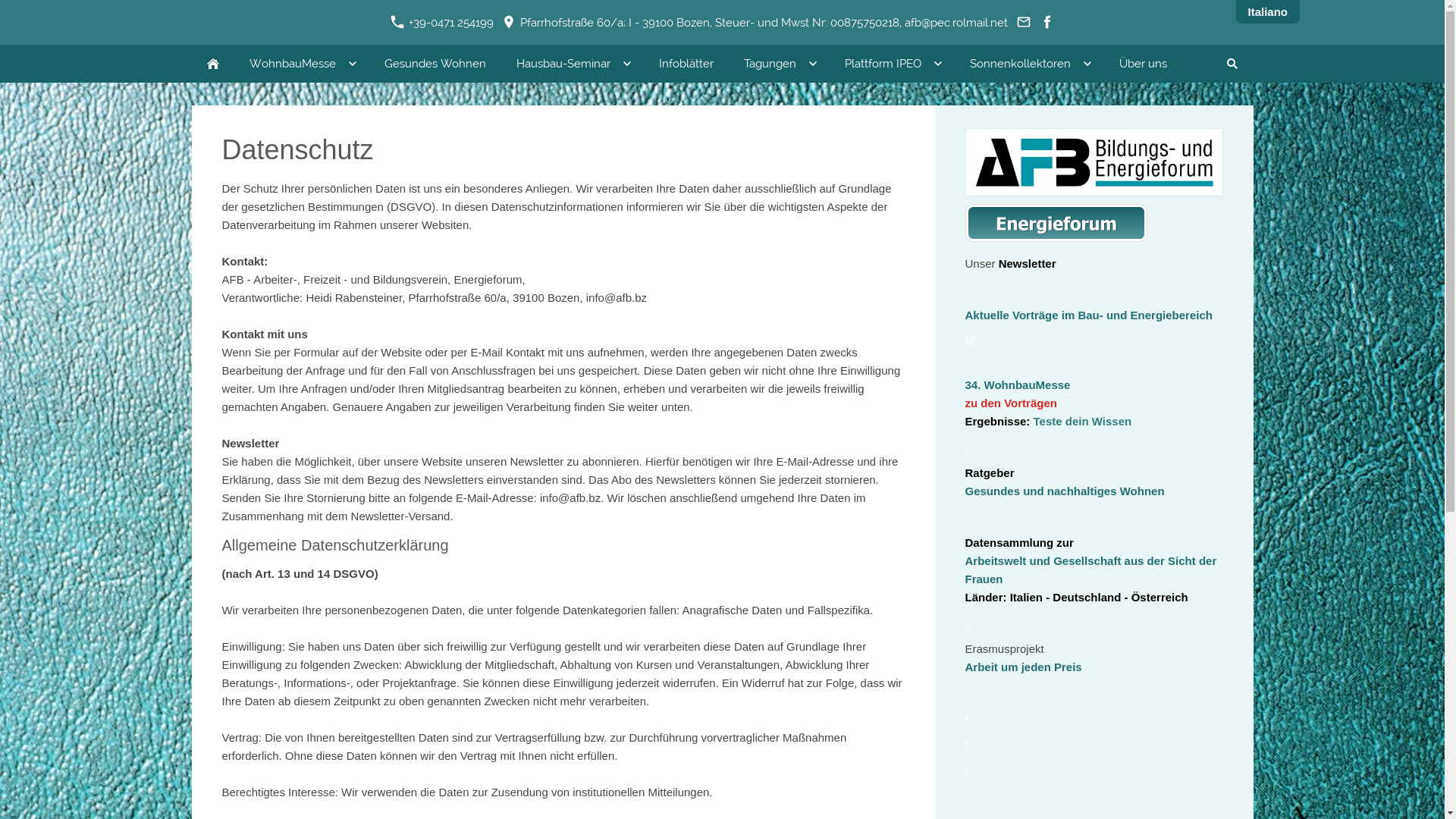 This screenshot has height=819, width=1456. Describe the element at coordinates (1046, 23) in the screenshot. I see `'Unsere Facebook-Seite besuchen'` at that location.